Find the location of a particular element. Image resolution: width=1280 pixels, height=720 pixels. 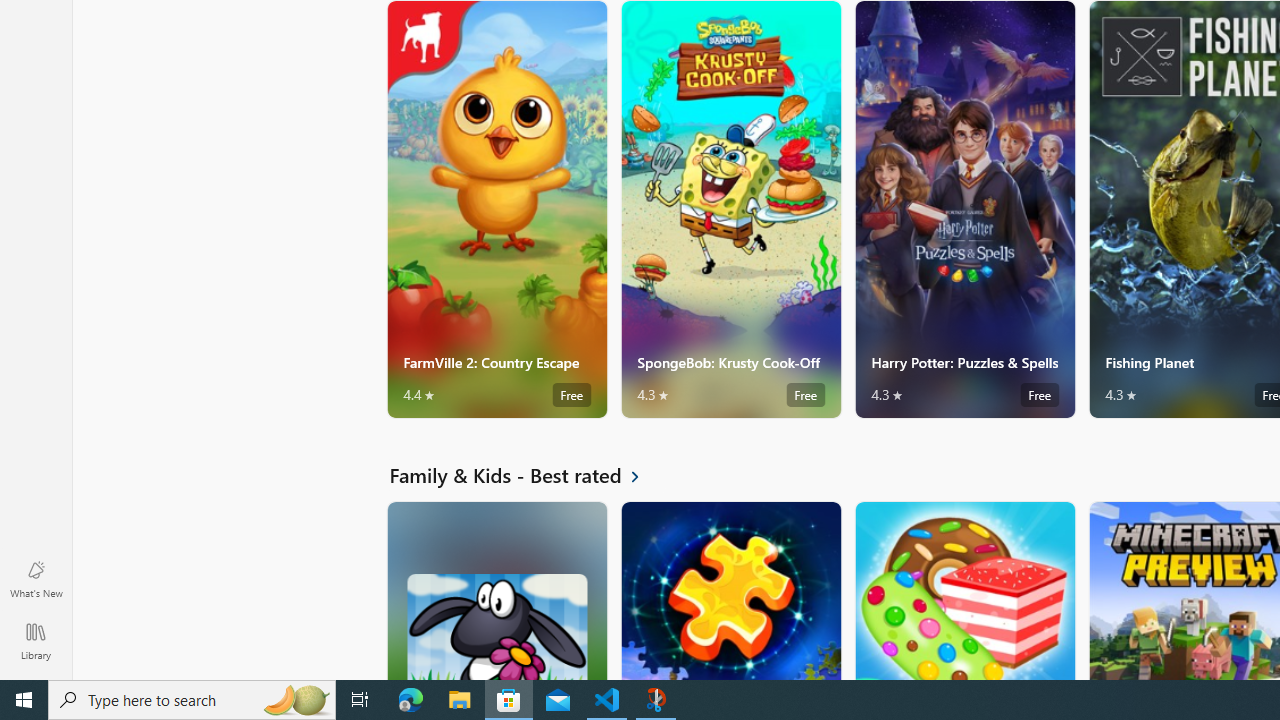

'Library' is located at coordinates (35, 640).